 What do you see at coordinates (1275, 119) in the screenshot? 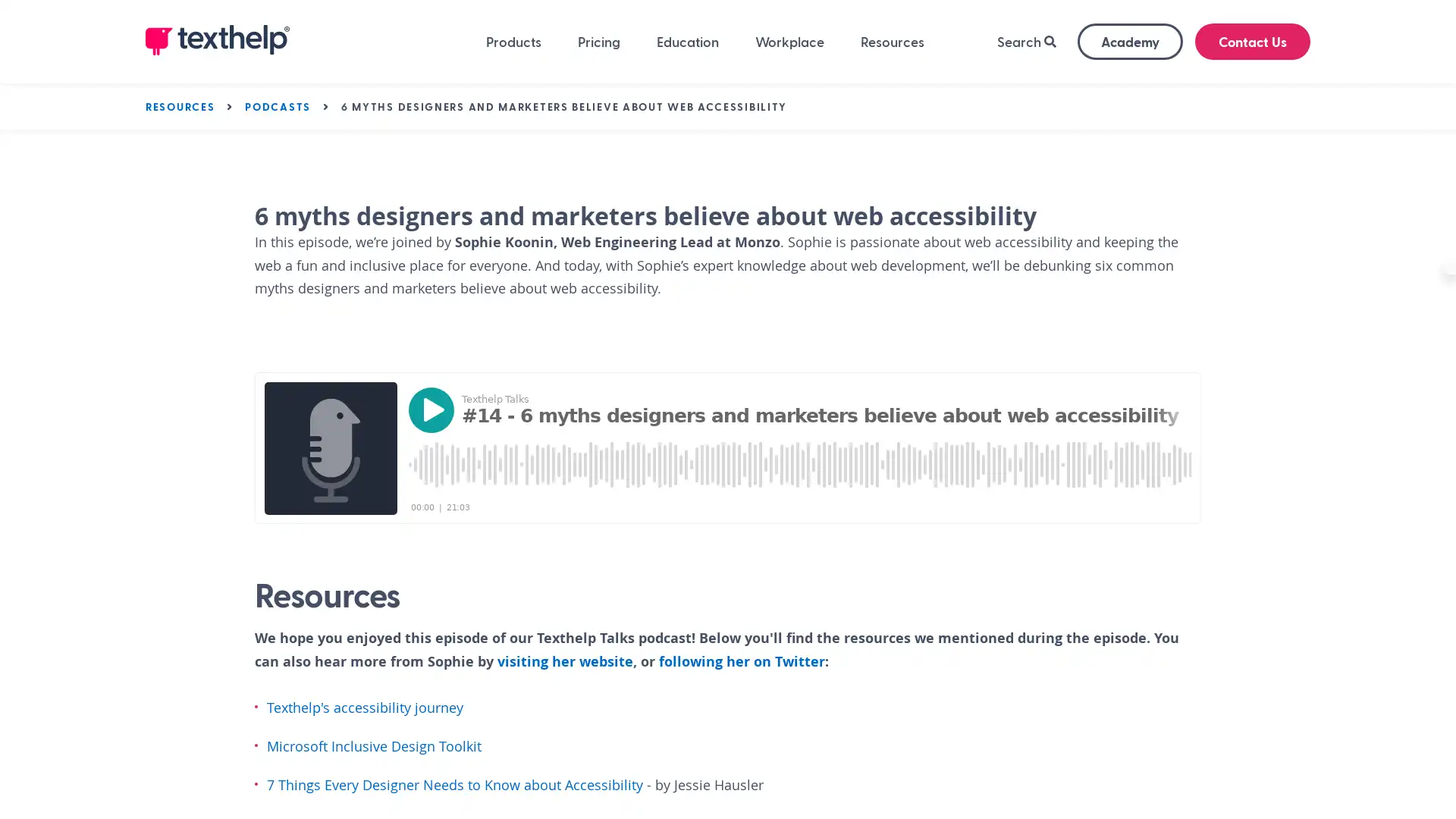
I see `close search` at bounding box center [1275, 119].